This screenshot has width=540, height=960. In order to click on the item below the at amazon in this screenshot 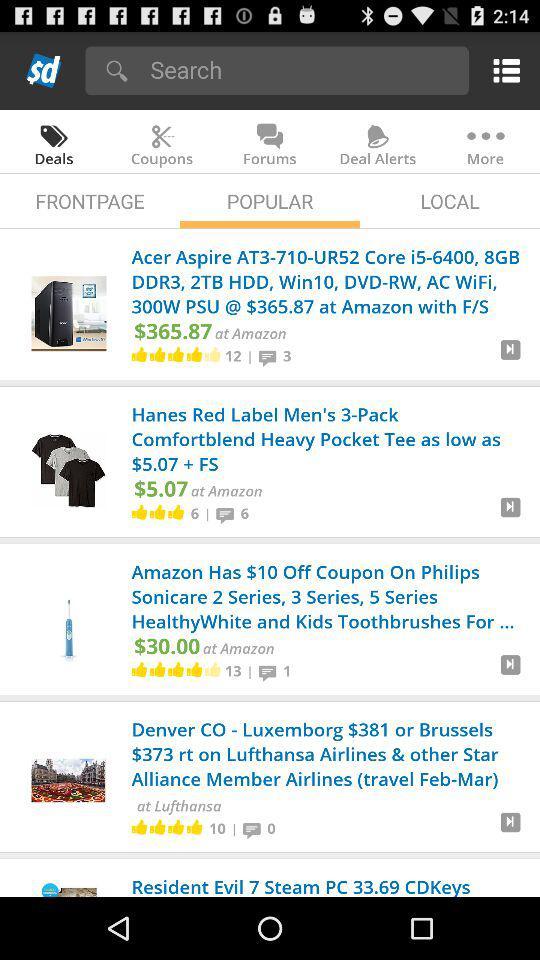, I will do `click(232, 670)`.